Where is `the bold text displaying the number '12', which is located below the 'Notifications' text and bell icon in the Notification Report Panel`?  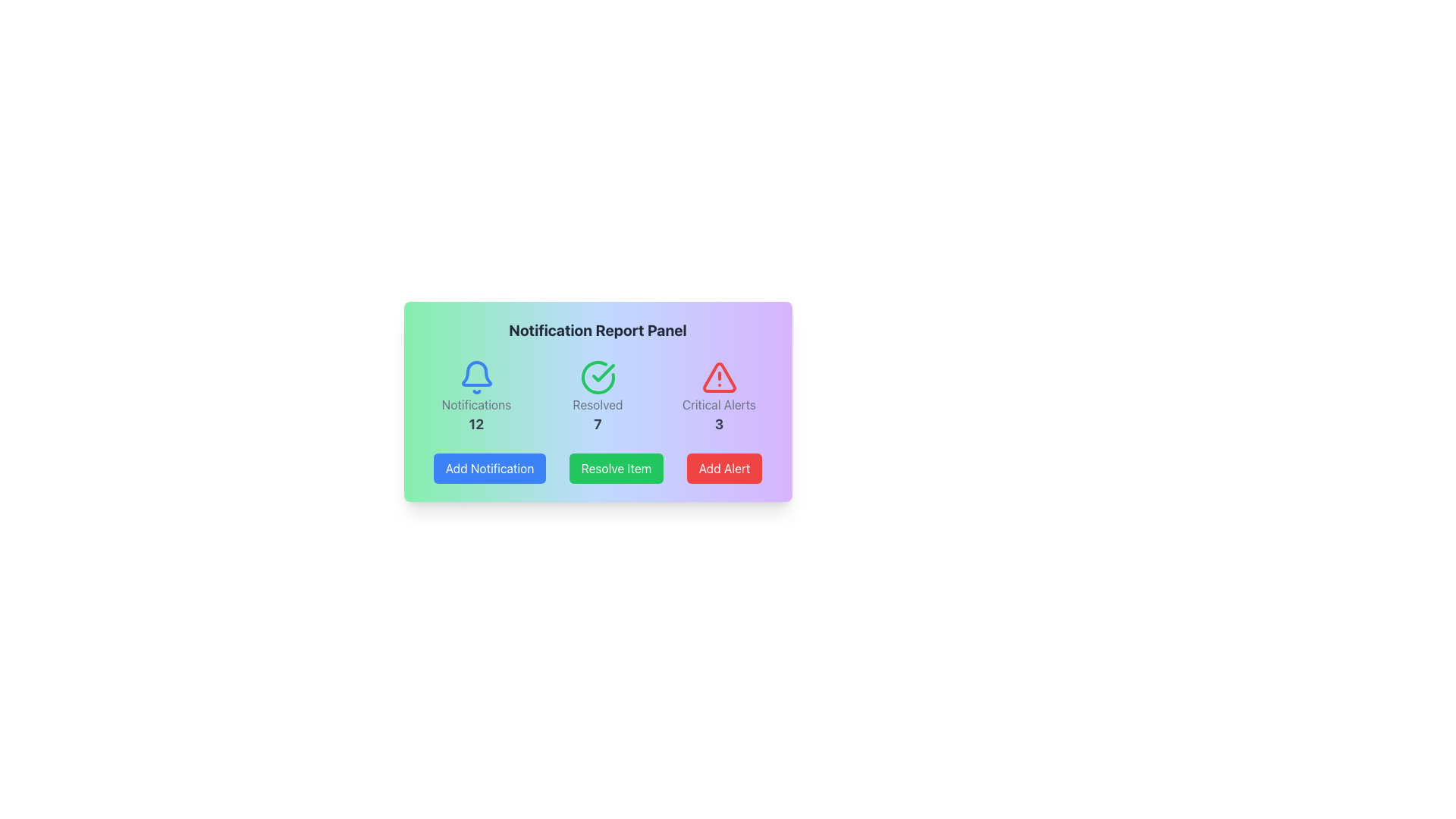 the bold text displaying the number '12', which is located below the 'Notifications' text and bell icon in the Notification Report Panel is located at coordinates (475, 424).